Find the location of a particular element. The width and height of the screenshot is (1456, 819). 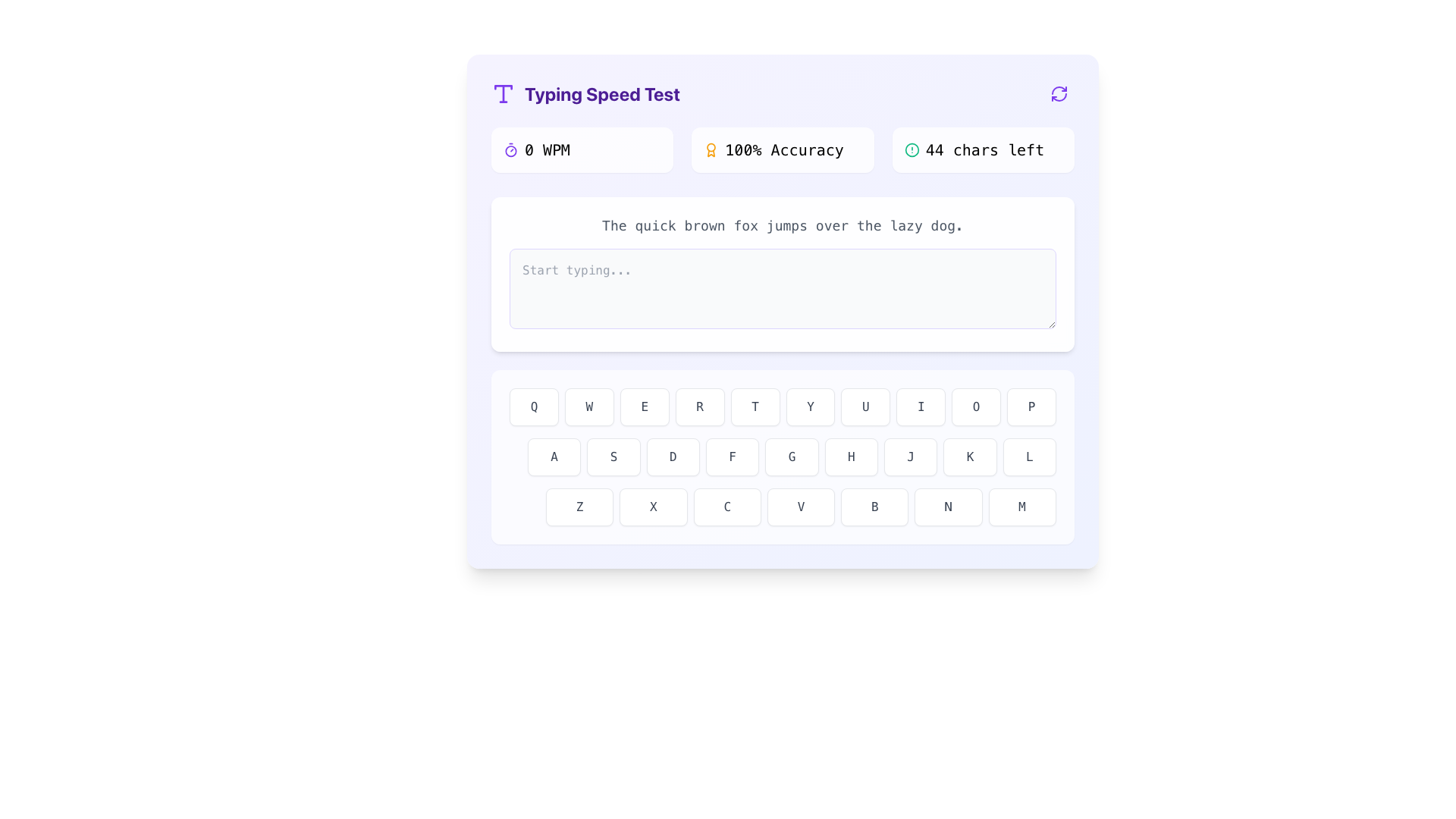

the 7th button in the virtual keyboard layout, which is shaped as a rounded rectangle and displays the letter 'U' in gray text on a white background is located at coordinates (865, 406).